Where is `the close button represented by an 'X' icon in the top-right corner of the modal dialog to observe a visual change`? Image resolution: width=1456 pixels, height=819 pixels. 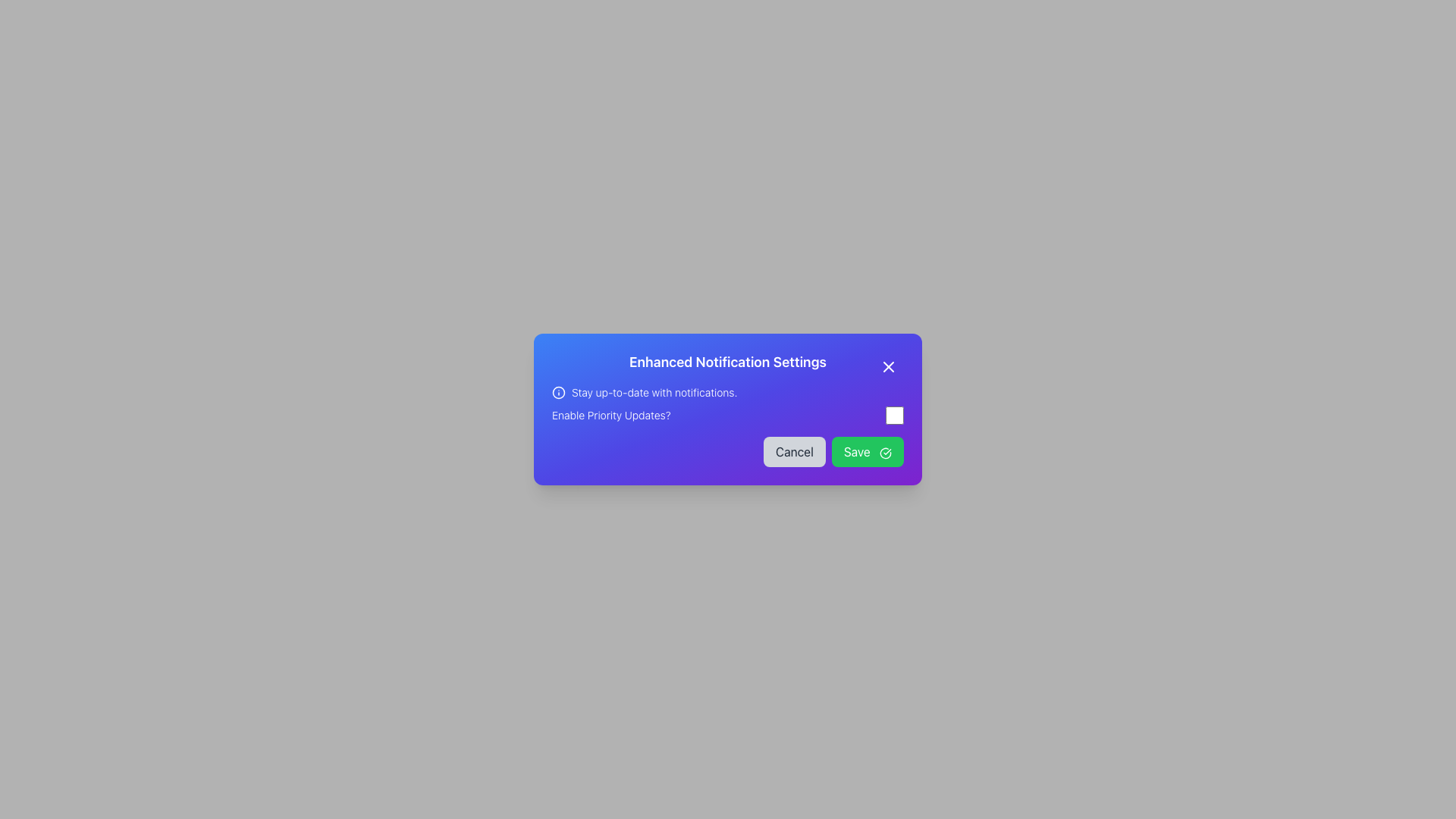
the close button represented by an 'X' icon in the top-right corner of the modal dialog to observe a visual change is located at coordinates (888, 366).